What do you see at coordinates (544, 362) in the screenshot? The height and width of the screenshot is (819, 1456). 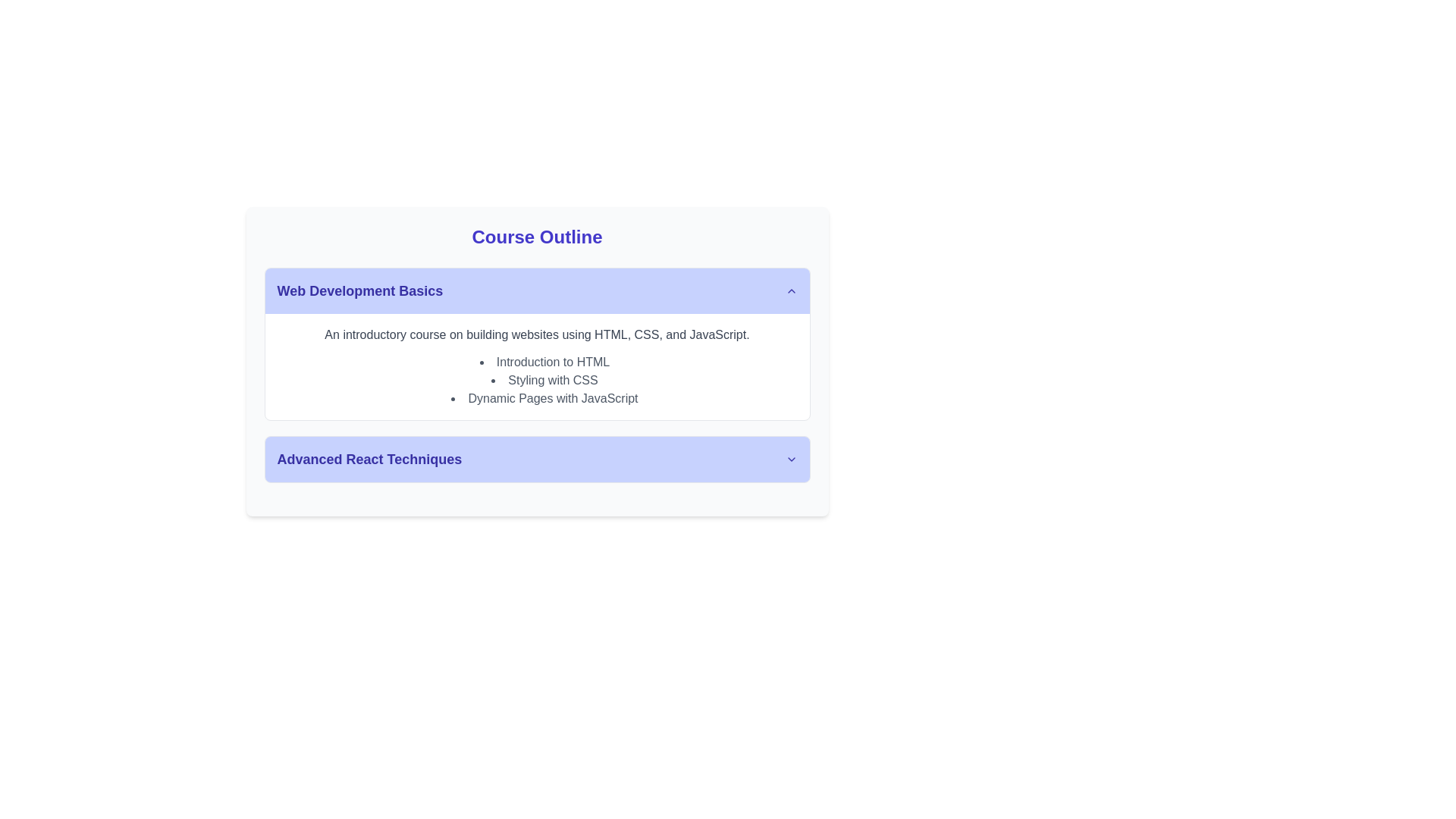 I see `the first item title in the bulleted list below 'Web Development Basics'` at bounding box center [544, 362].